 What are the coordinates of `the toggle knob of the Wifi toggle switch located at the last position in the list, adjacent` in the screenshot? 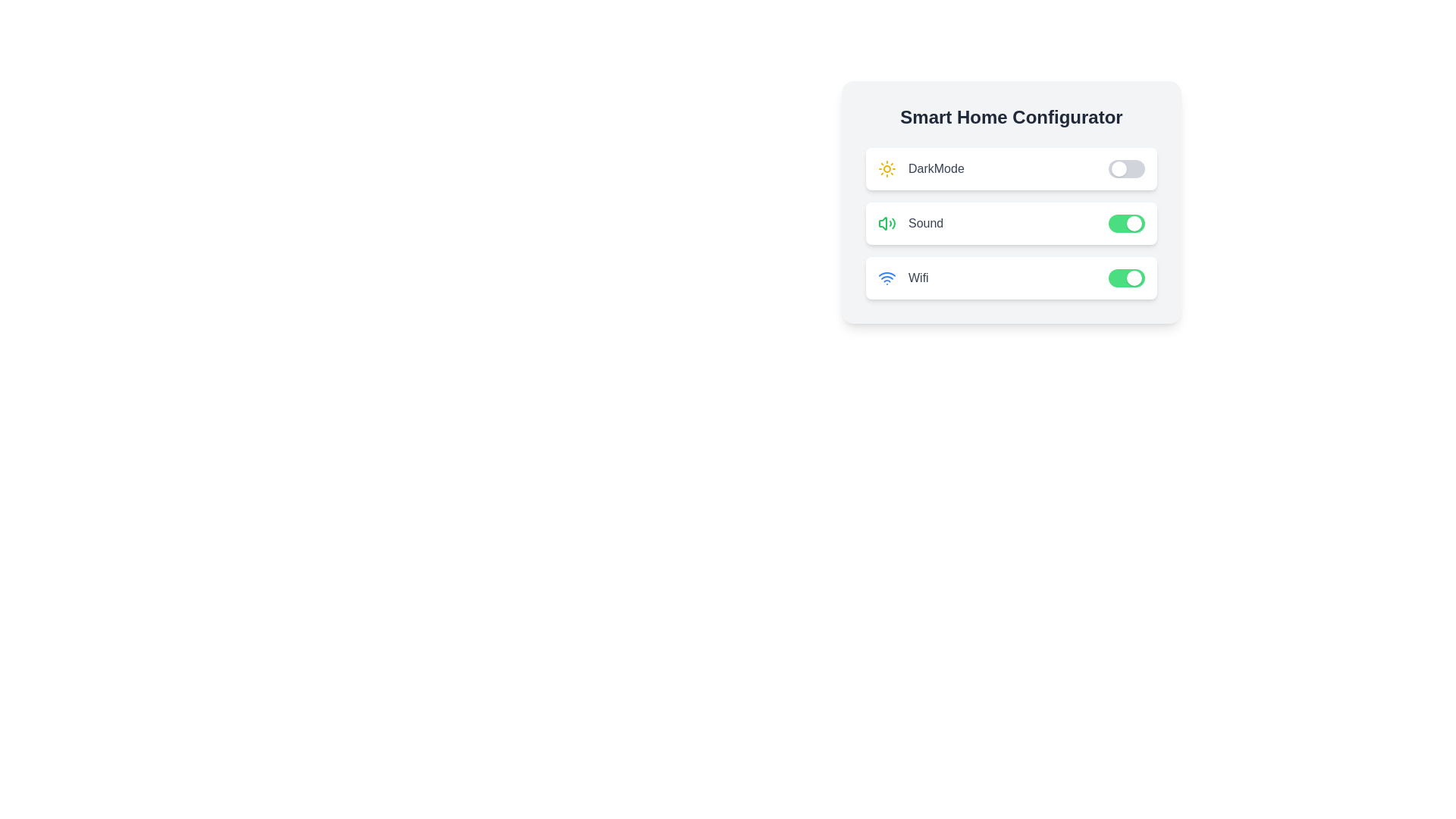 It's located at (1127, 278).